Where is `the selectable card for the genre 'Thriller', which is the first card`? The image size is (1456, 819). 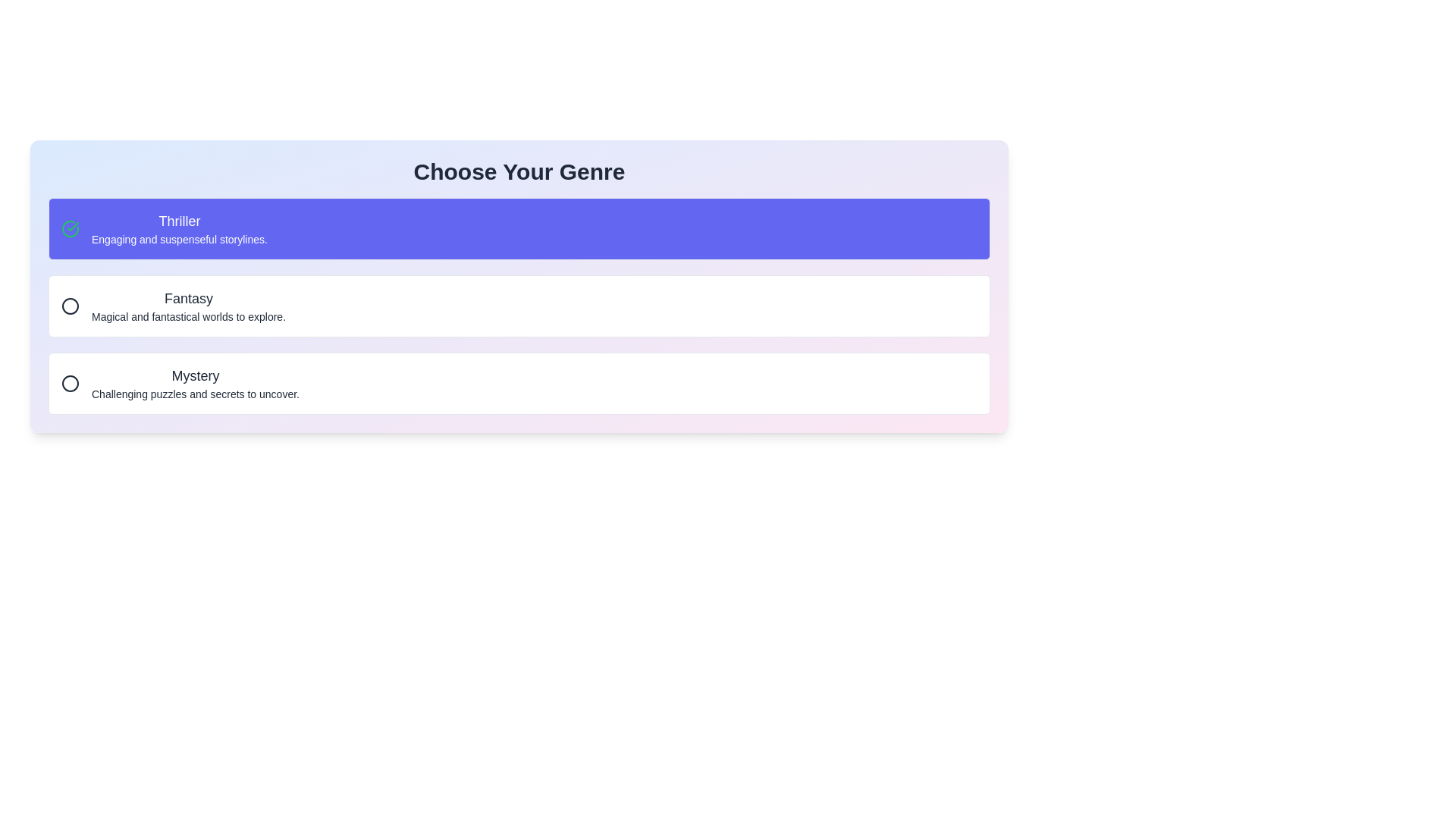 the selectable card for the genre 'Thriller', which is the first card is located at coordinates (519, 228).